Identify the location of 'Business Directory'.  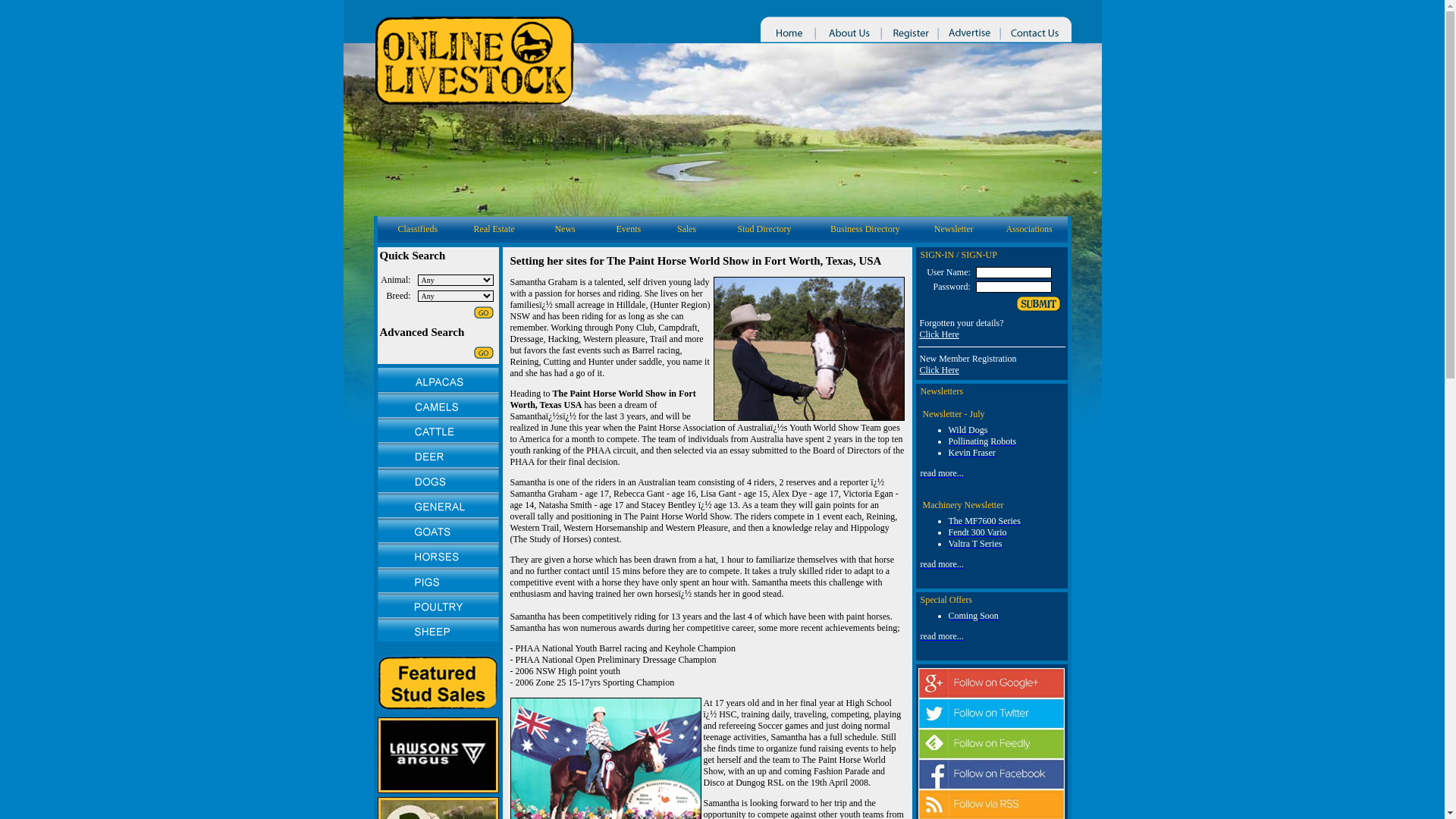
(829, 228).